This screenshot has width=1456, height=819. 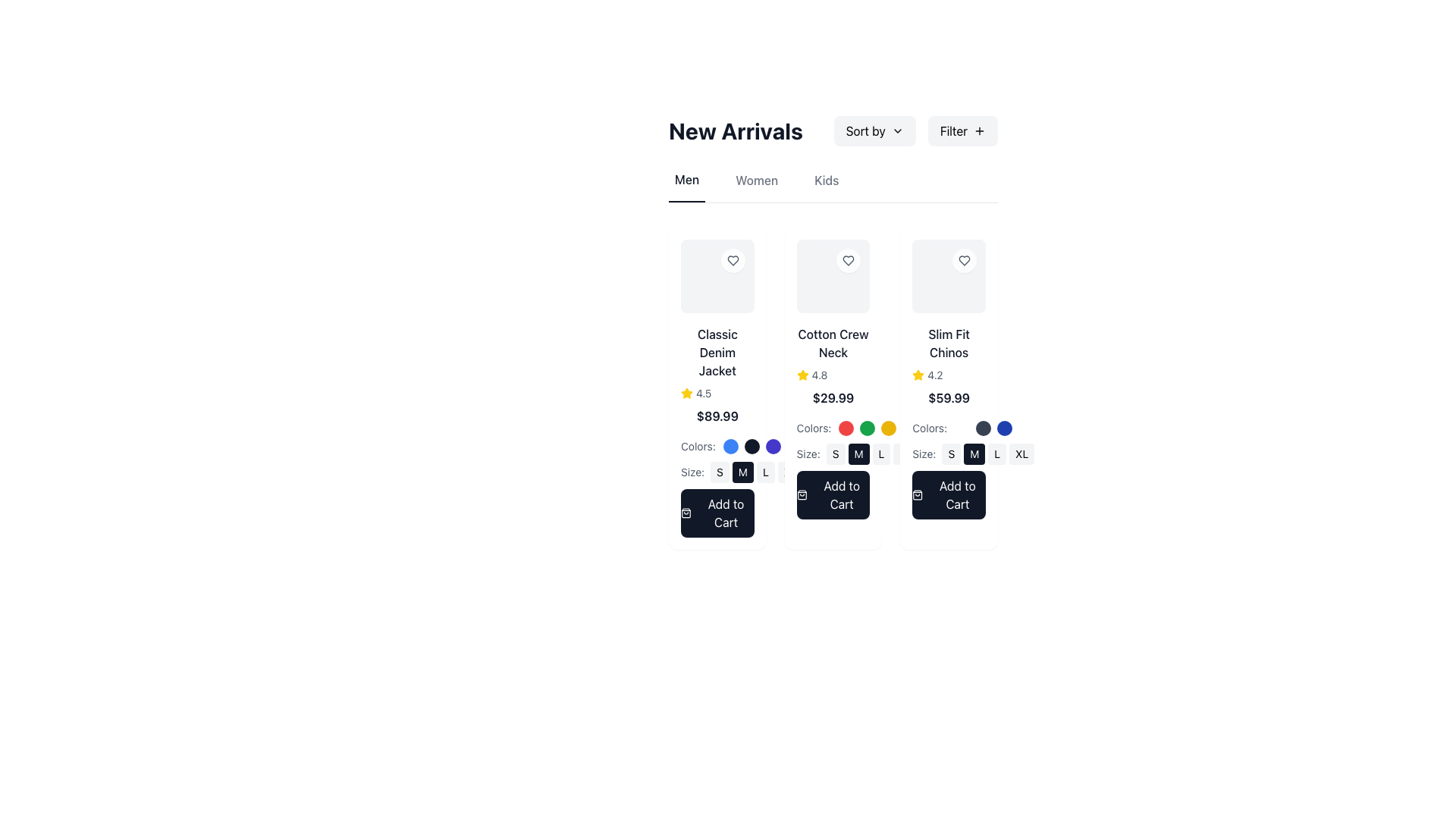 I want to click on the 'Men' navigation tab to filter or view content related to 'Men', so click(x=686, y=186).